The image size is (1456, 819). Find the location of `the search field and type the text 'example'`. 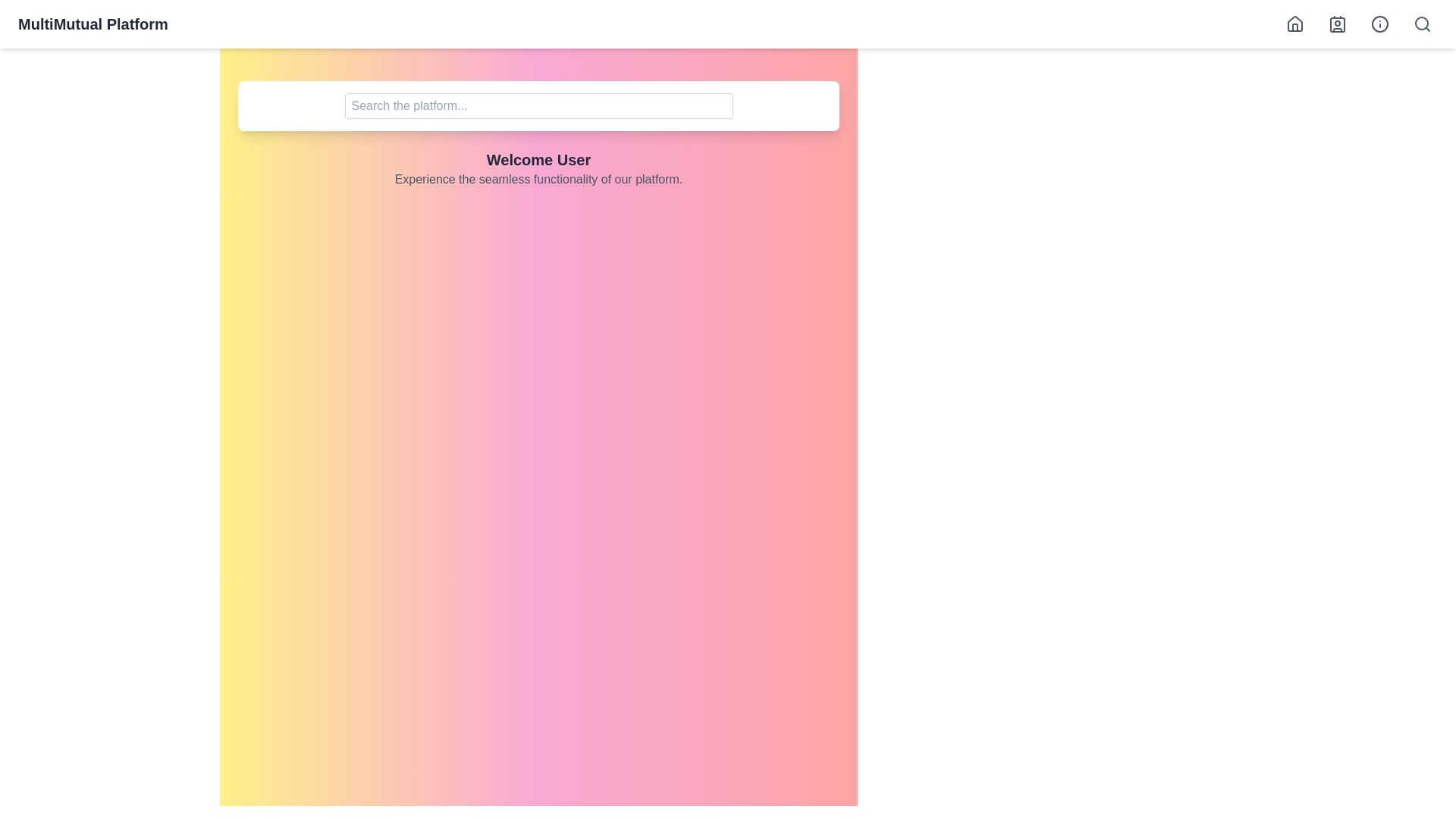

the search field and type the text 'example' is located at coordinates (538, 105).